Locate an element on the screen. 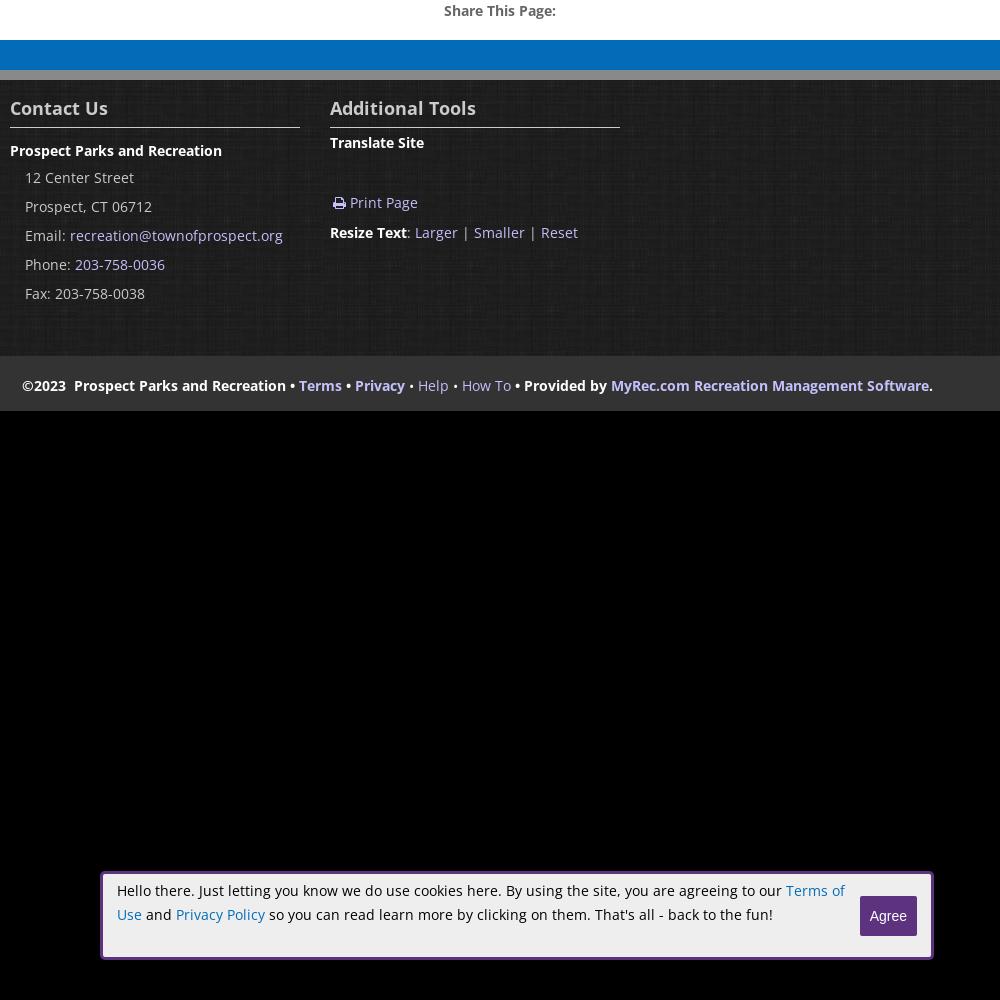  '203-758-0036' is located at coordinates (74, 263).